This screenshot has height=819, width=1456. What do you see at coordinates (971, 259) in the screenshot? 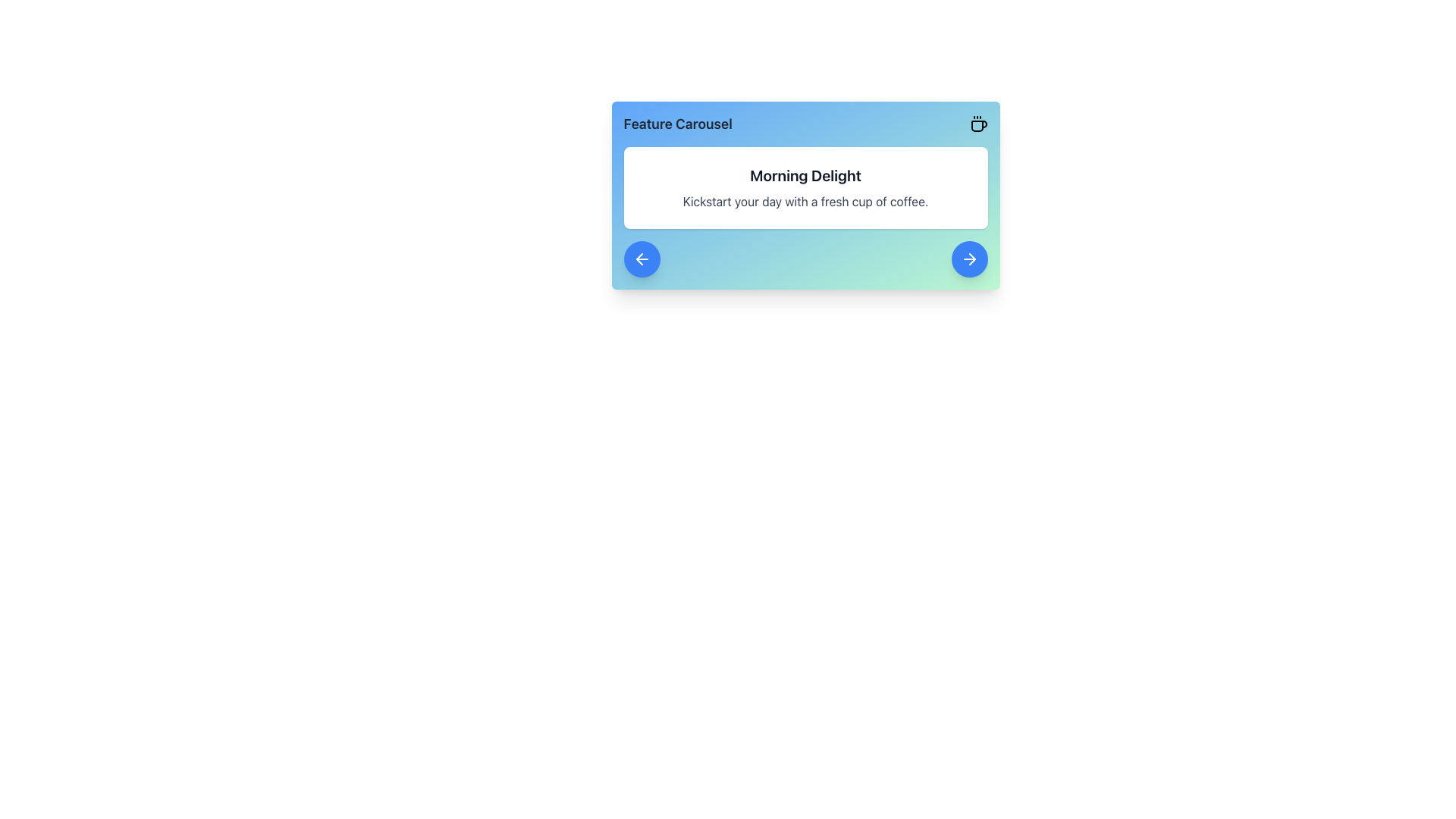
I see `the right-pointing chevron icon located inside the circular button on the right side of the interface's main content area` at bounding box center [971, 259].